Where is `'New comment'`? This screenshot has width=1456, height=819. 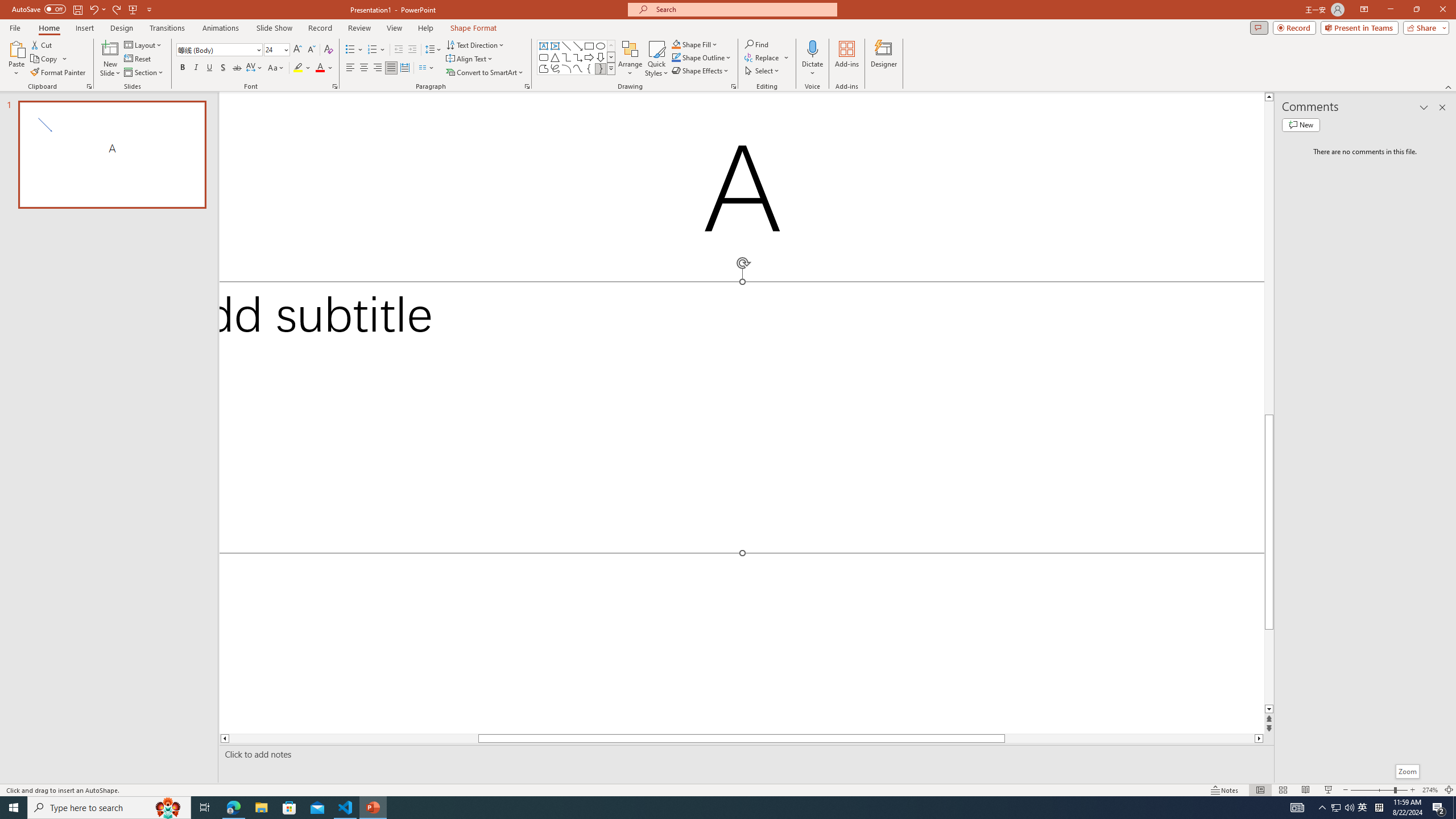 'New comment' is located at coordinates (1300, 124).